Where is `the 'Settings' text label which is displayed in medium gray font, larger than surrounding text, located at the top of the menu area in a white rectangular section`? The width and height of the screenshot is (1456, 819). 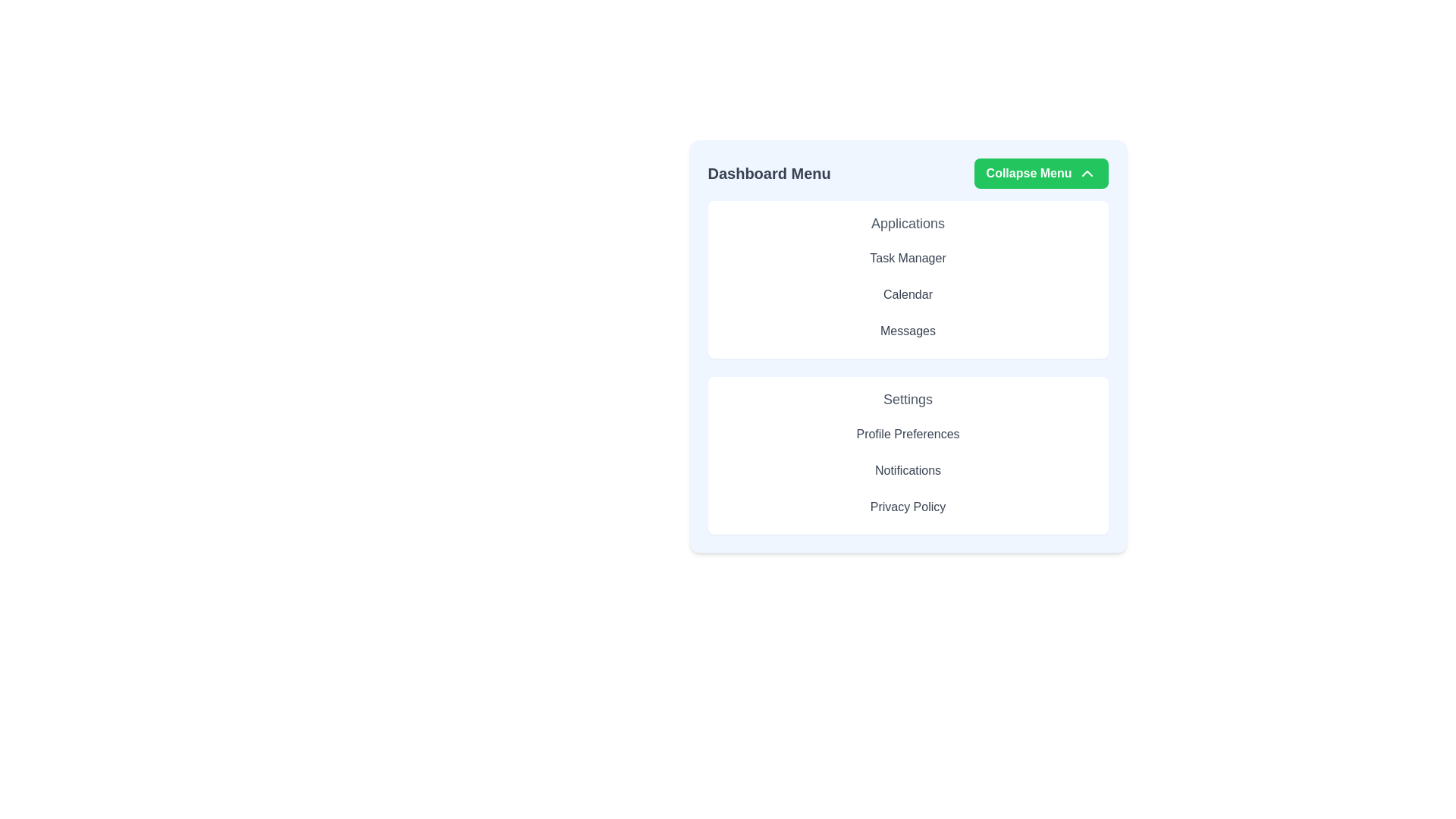
the 'Settings' text label which is displayed in medium gray font, larger than surrounding text, located at the top of the menu area in a white rectangular section is located at coordinates (908, 399).